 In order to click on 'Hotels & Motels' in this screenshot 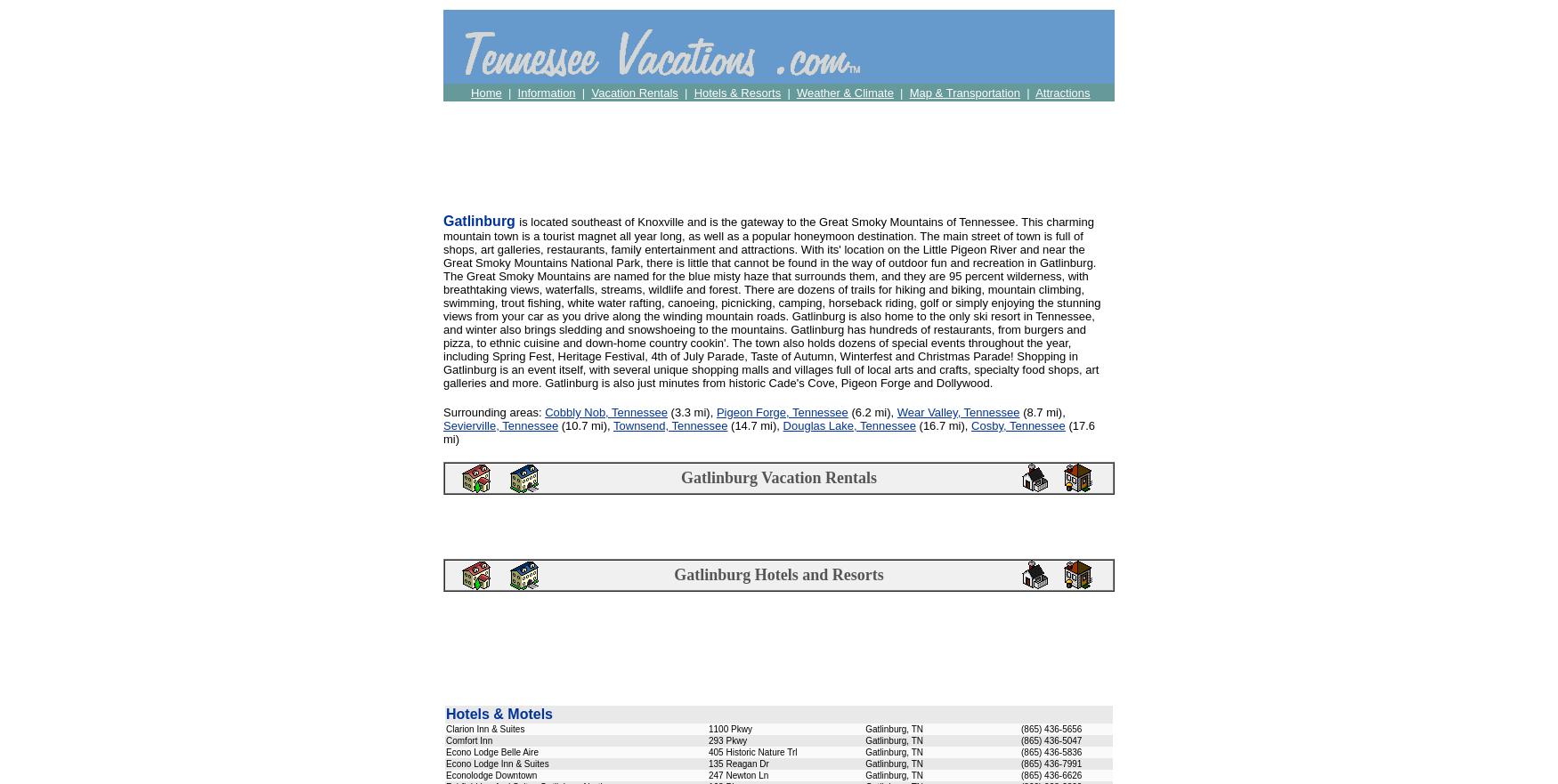, I will do `click(499, 714)`.